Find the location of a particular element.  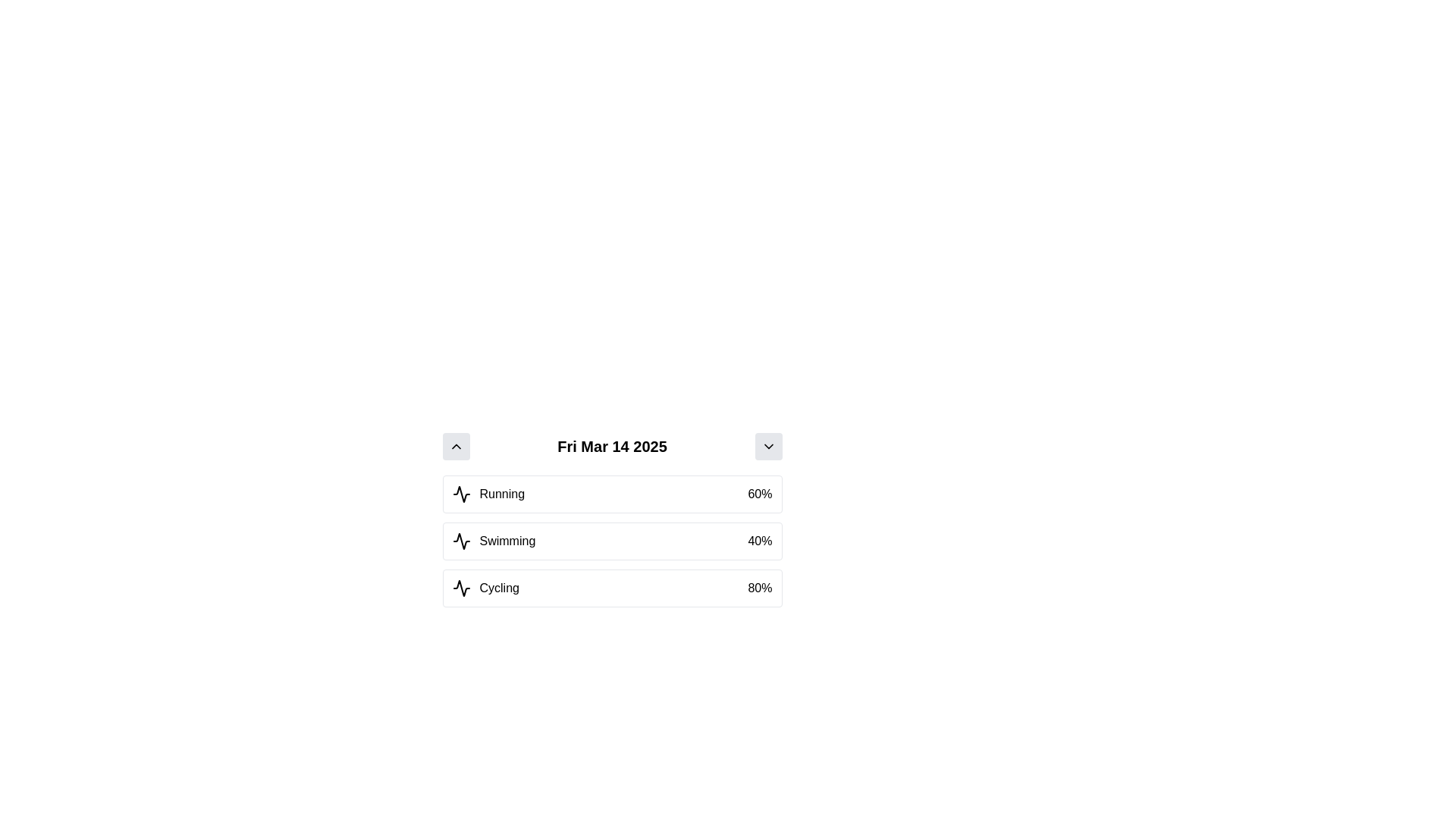

the 'Swimming' activity icon located in the second row of the list, immediately left of the text 'Swimming' is located at coordinates (460, 540).